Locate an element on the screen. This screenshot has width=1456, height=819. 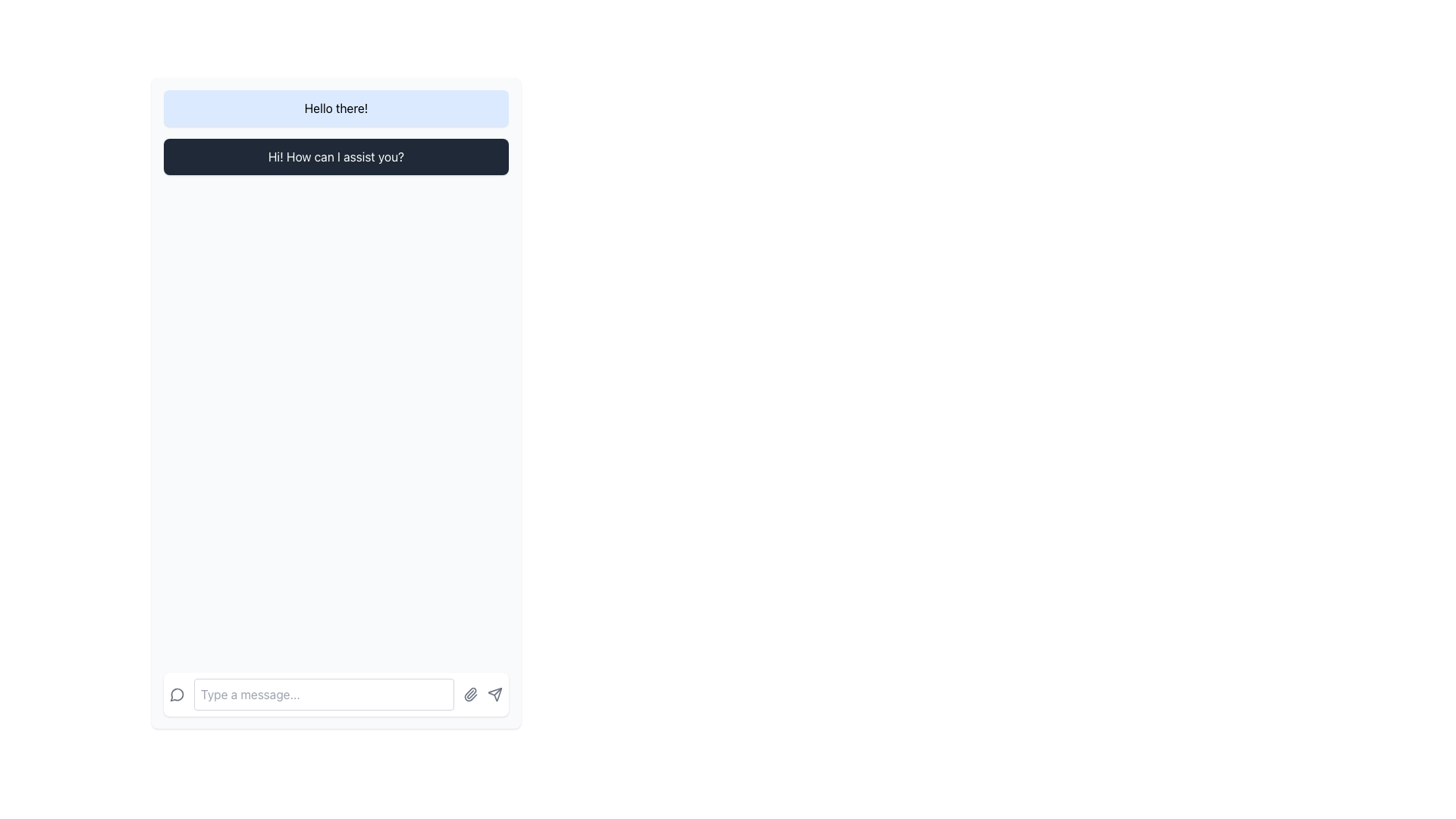
the rectangular text box with a dark background (gray-800) and white text, styled with rounded corners and a shadow effect, located below the 'Hello there!' element is located at coordinates (335, 157).